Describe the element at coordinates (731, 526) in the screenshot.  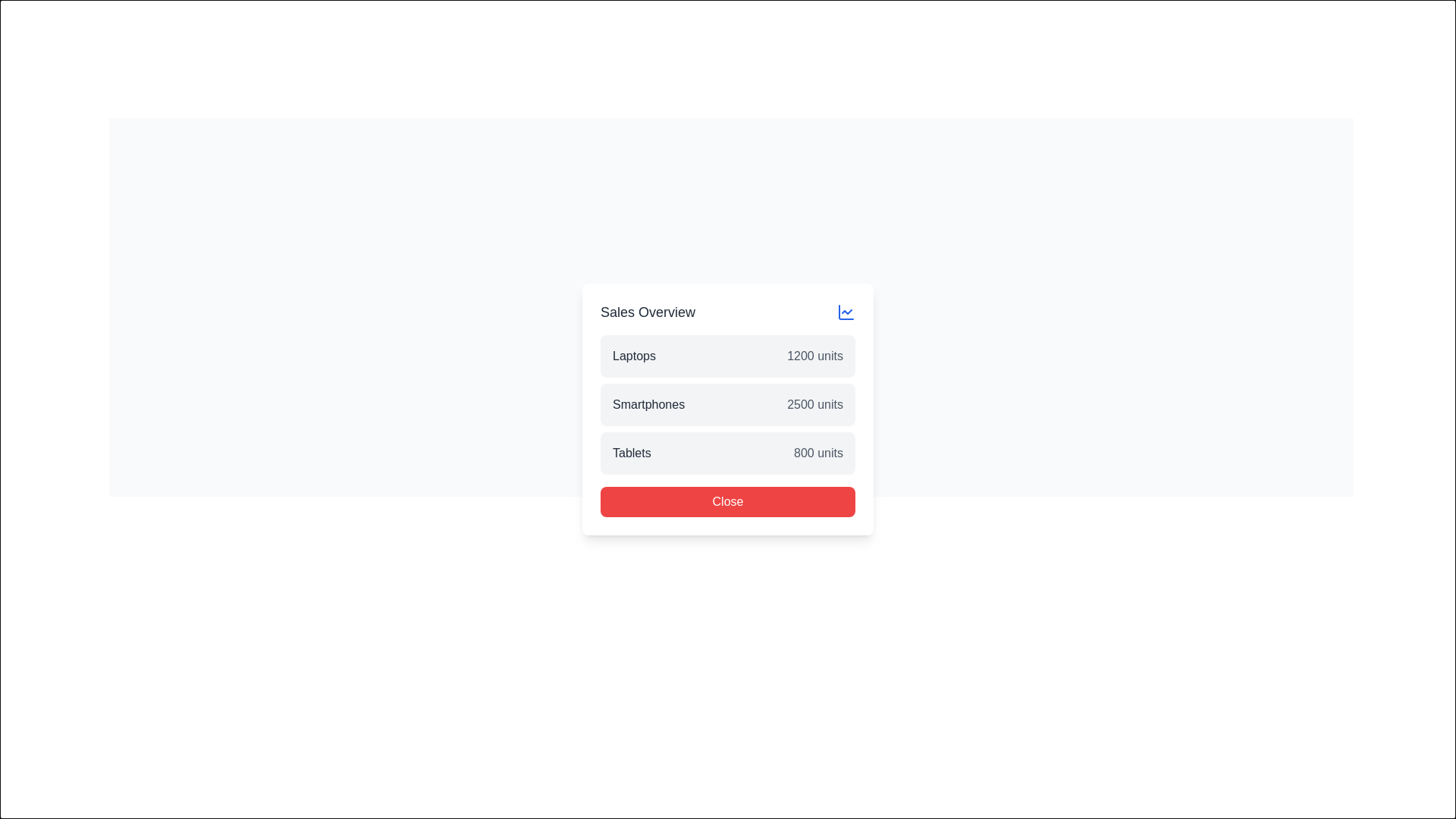
I see `the 'Close' button to close the dialog` at that location.